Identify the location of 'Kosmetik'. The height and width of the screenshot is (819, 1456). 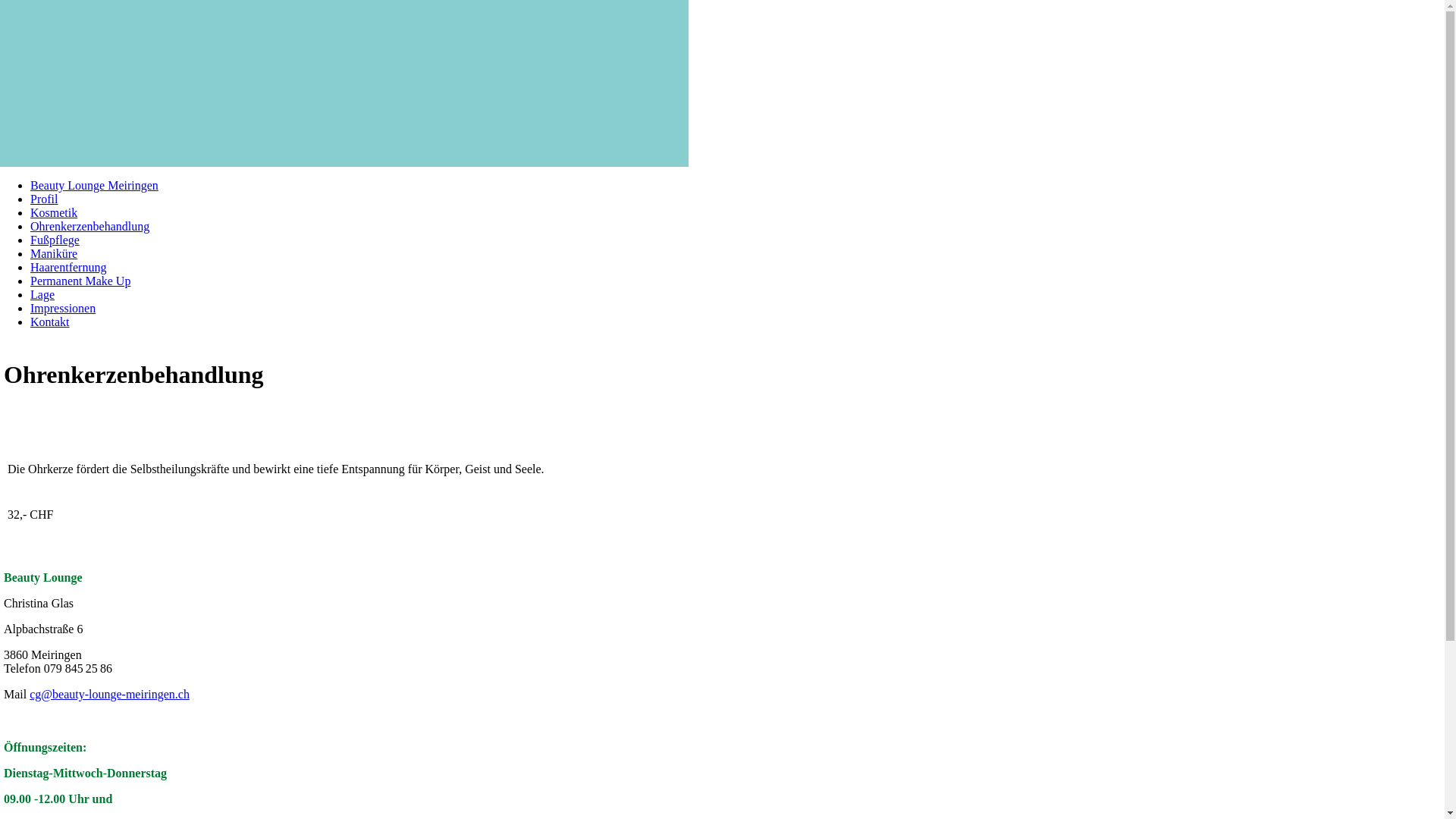
(54, 212).